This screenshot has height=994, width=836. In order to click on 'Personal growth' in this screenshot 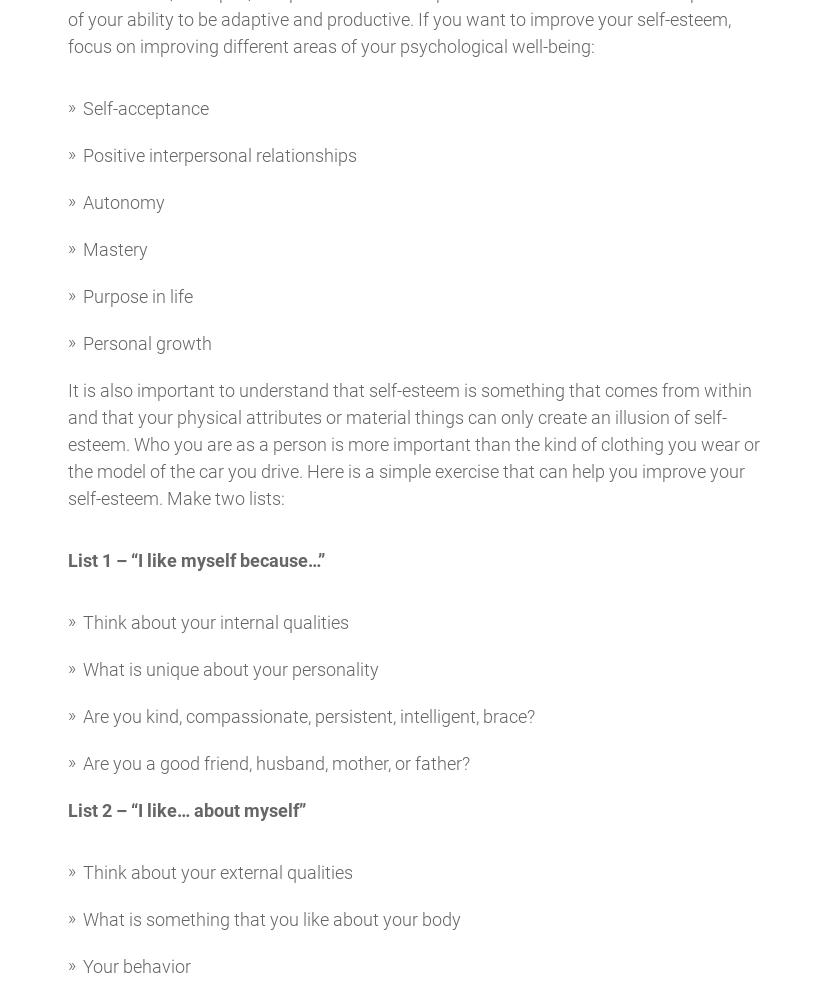, I will do `click(146, 342)`.